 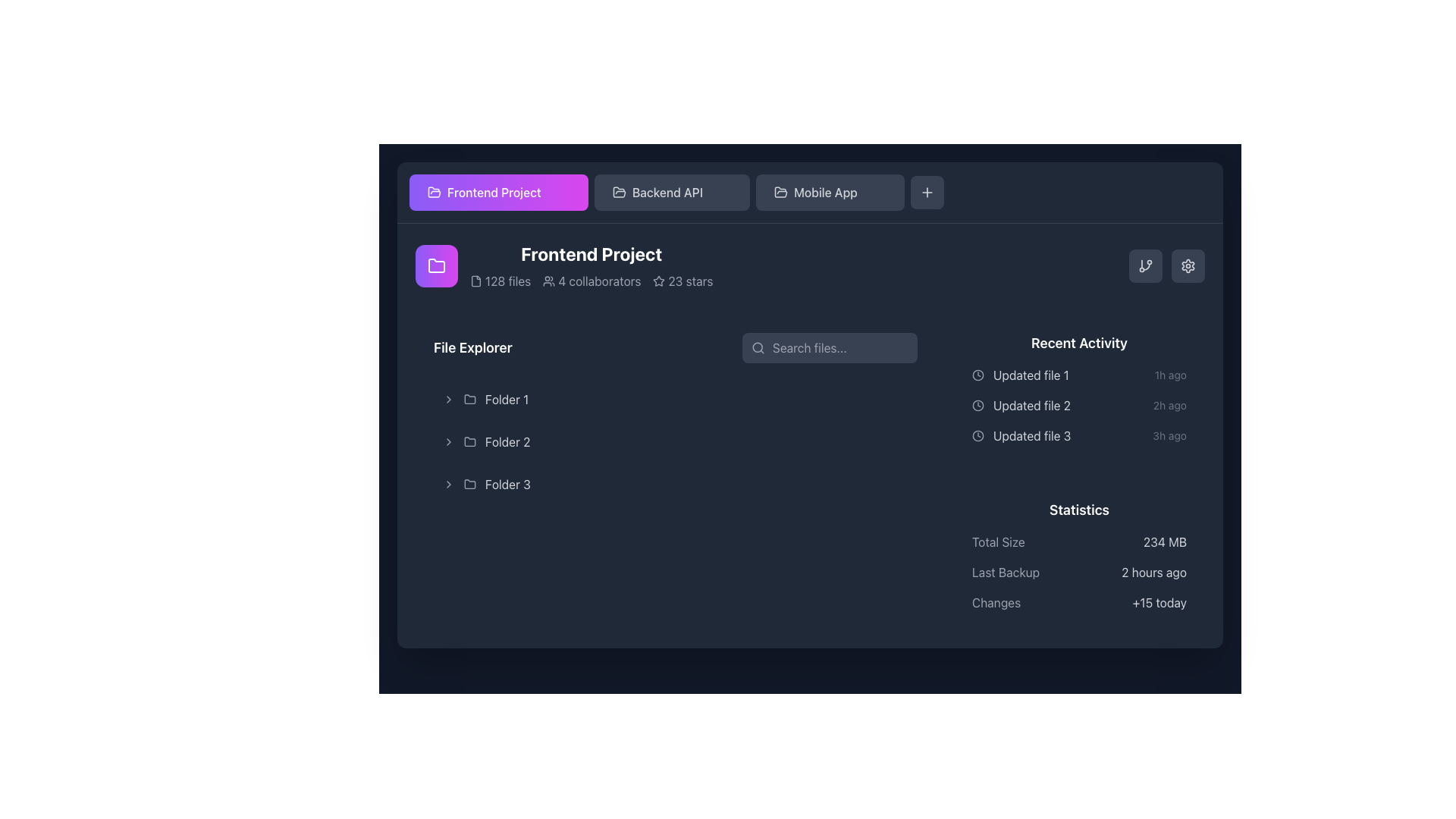 What do you see at coordinates (507, 399) in the screenshot?
I see `the 'Folder 1' text label in the left-side file explorer section` at bounding box center [507, 399].